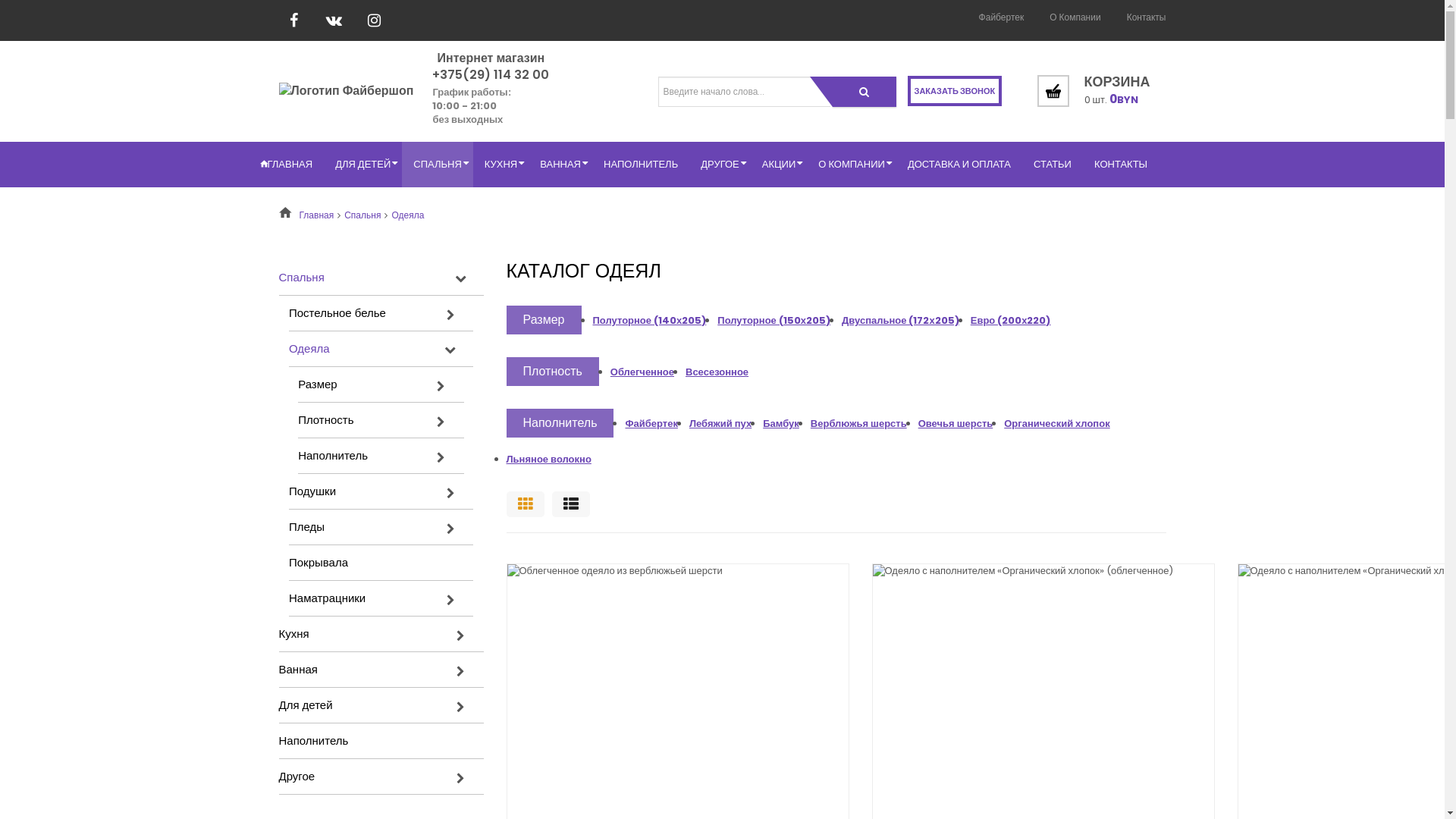  What do you see at coordinates (333, 20) in the screenshot?
I see `'Vk'` at bounding box center [333, 20].